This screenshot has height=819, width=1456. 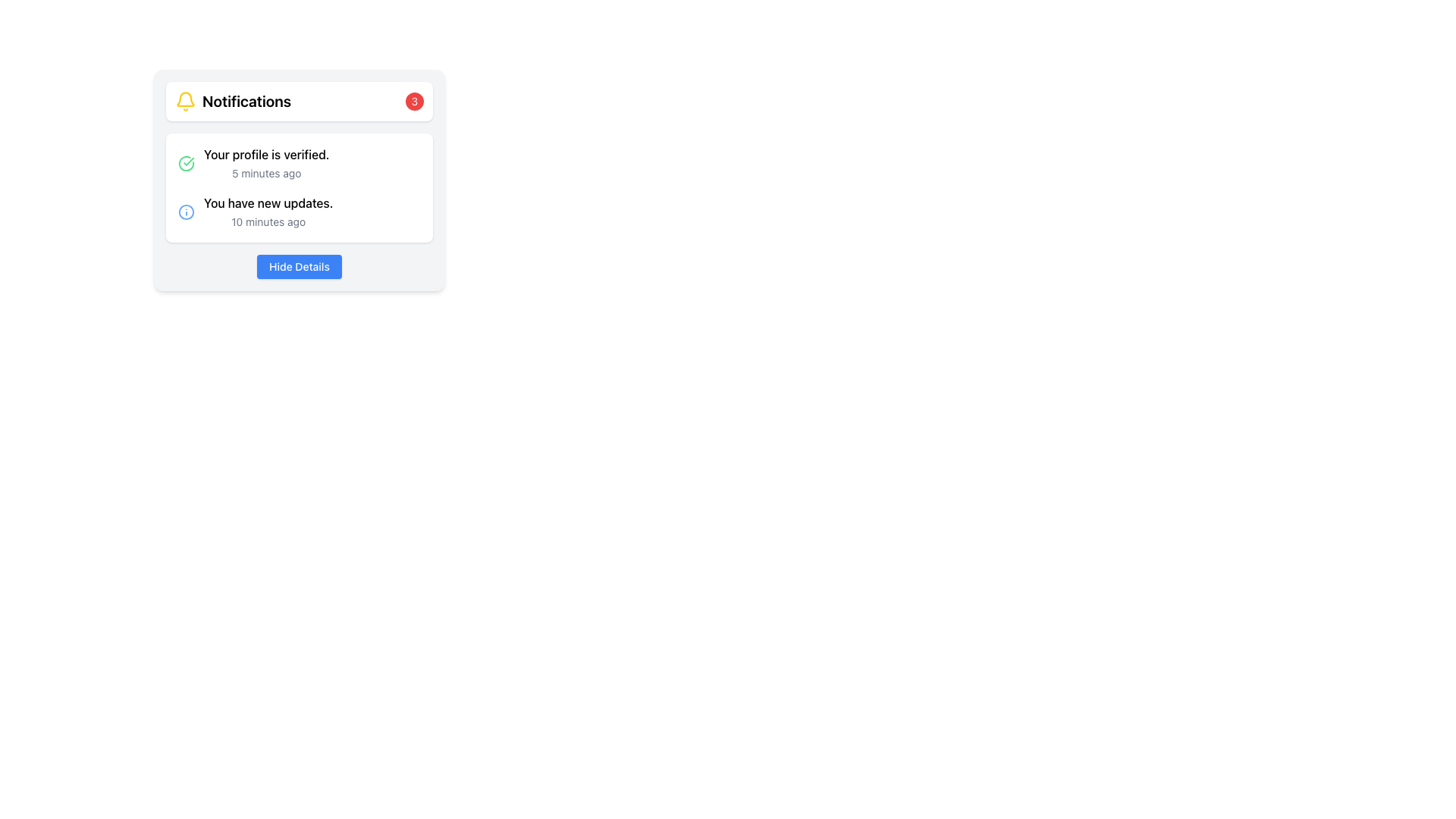 What do you see at coordinates (266, 155) in the screenshot?
I see `the static text display that shows 'Your profile is verified.' within the notification card` at bounding box center [266, 155].